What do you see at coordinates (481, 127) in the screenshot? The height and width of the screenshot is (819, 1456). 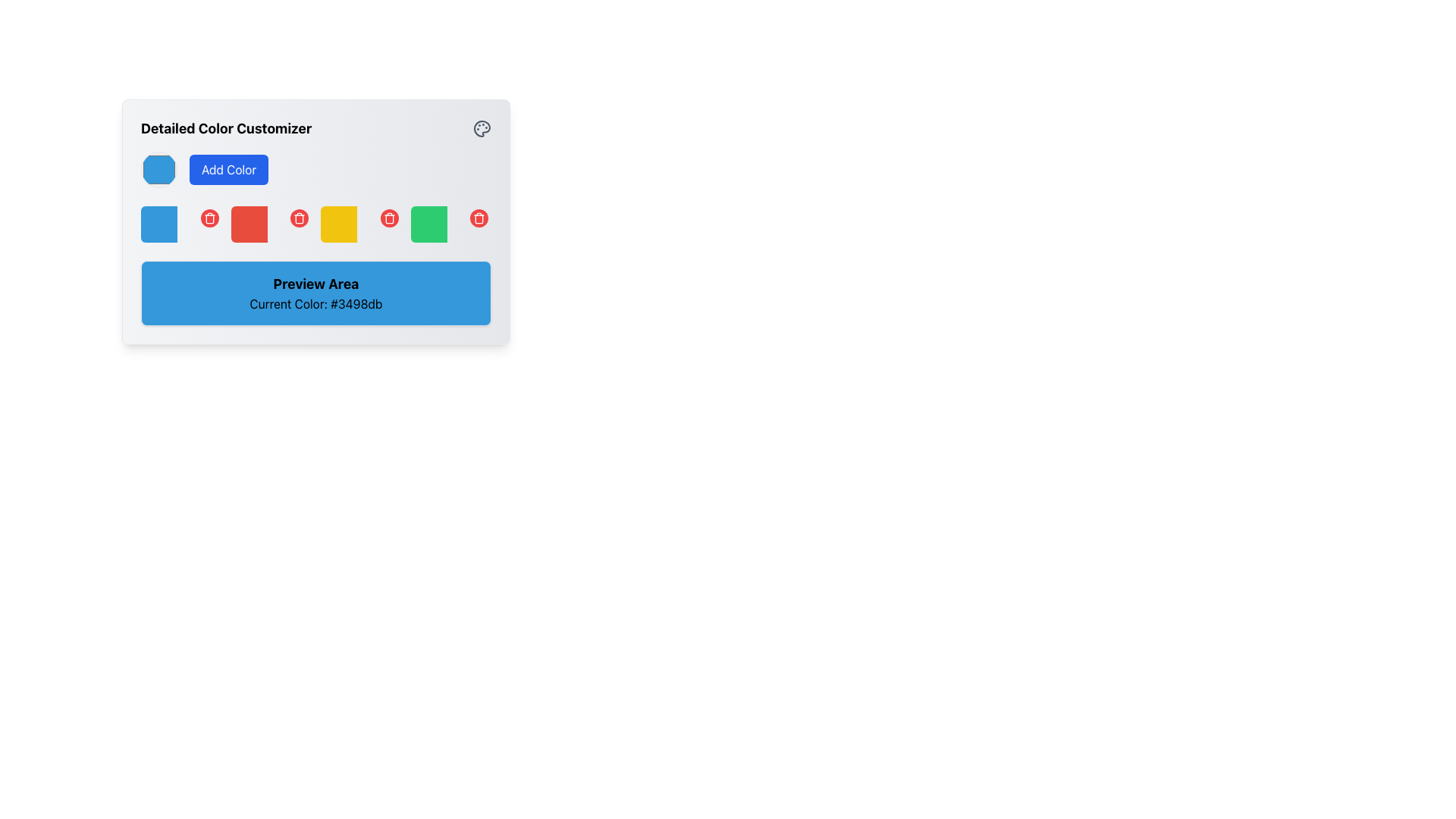 I see `the color selection tool icon located at the top-right corner of the interface` at bounding box center [481, 127].